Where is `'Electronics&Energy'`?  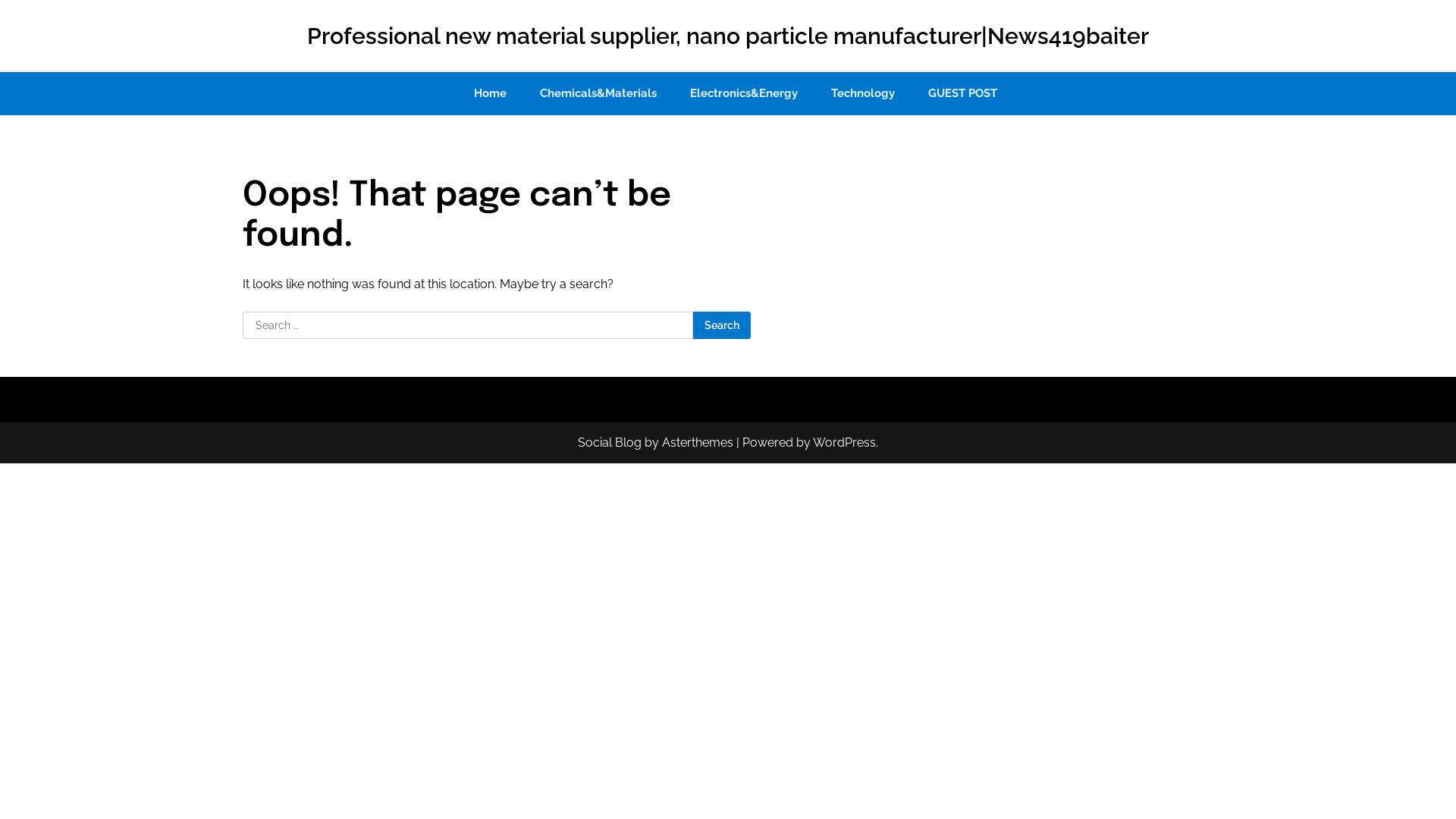 'Electronics&Energy' is located at coordinates (743, 93).